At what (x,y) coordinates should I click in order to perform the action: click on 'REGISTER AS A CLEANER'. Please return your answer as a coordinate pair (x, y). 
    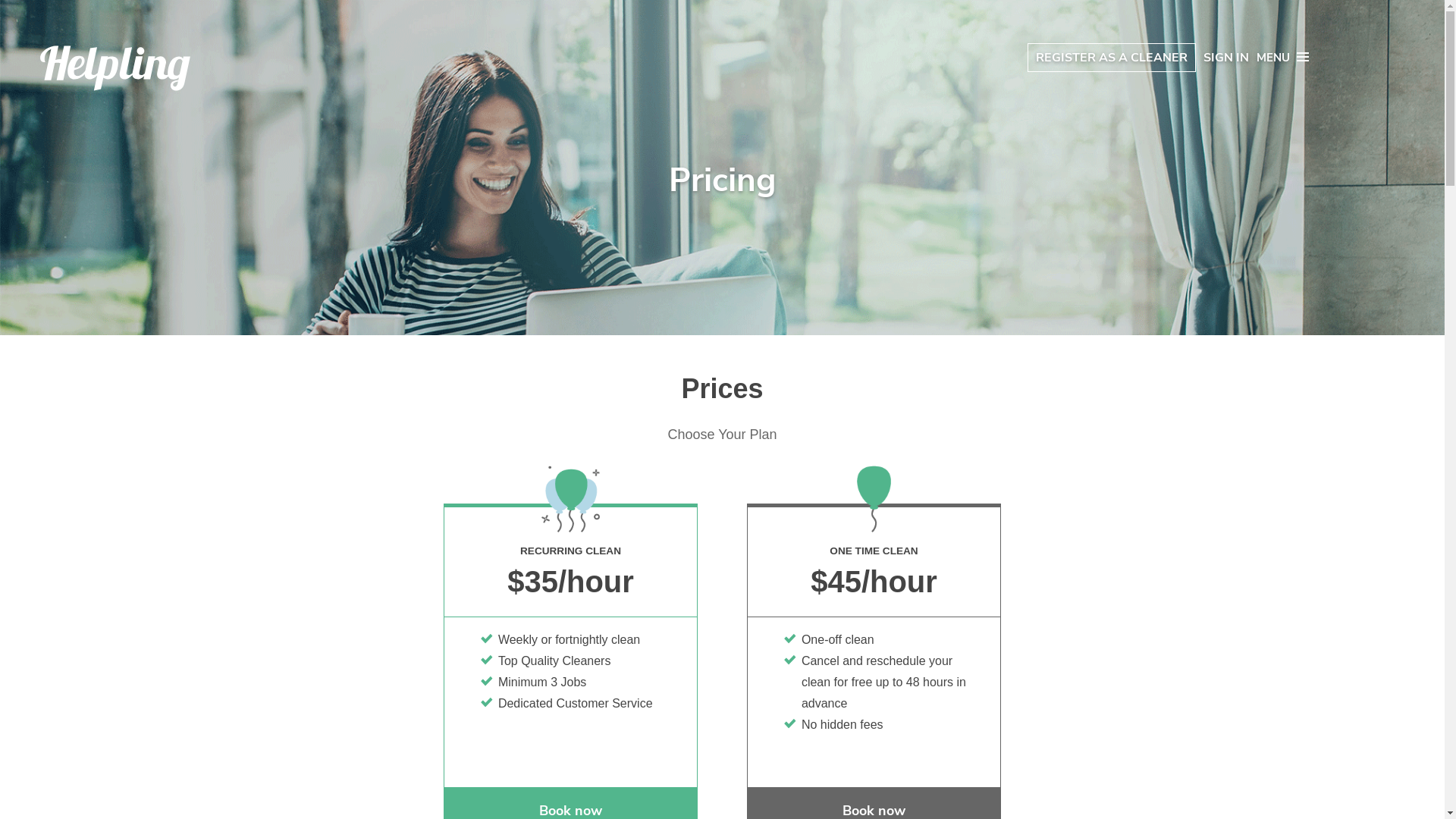
    Looking at the image, I should click on (1111, 57).